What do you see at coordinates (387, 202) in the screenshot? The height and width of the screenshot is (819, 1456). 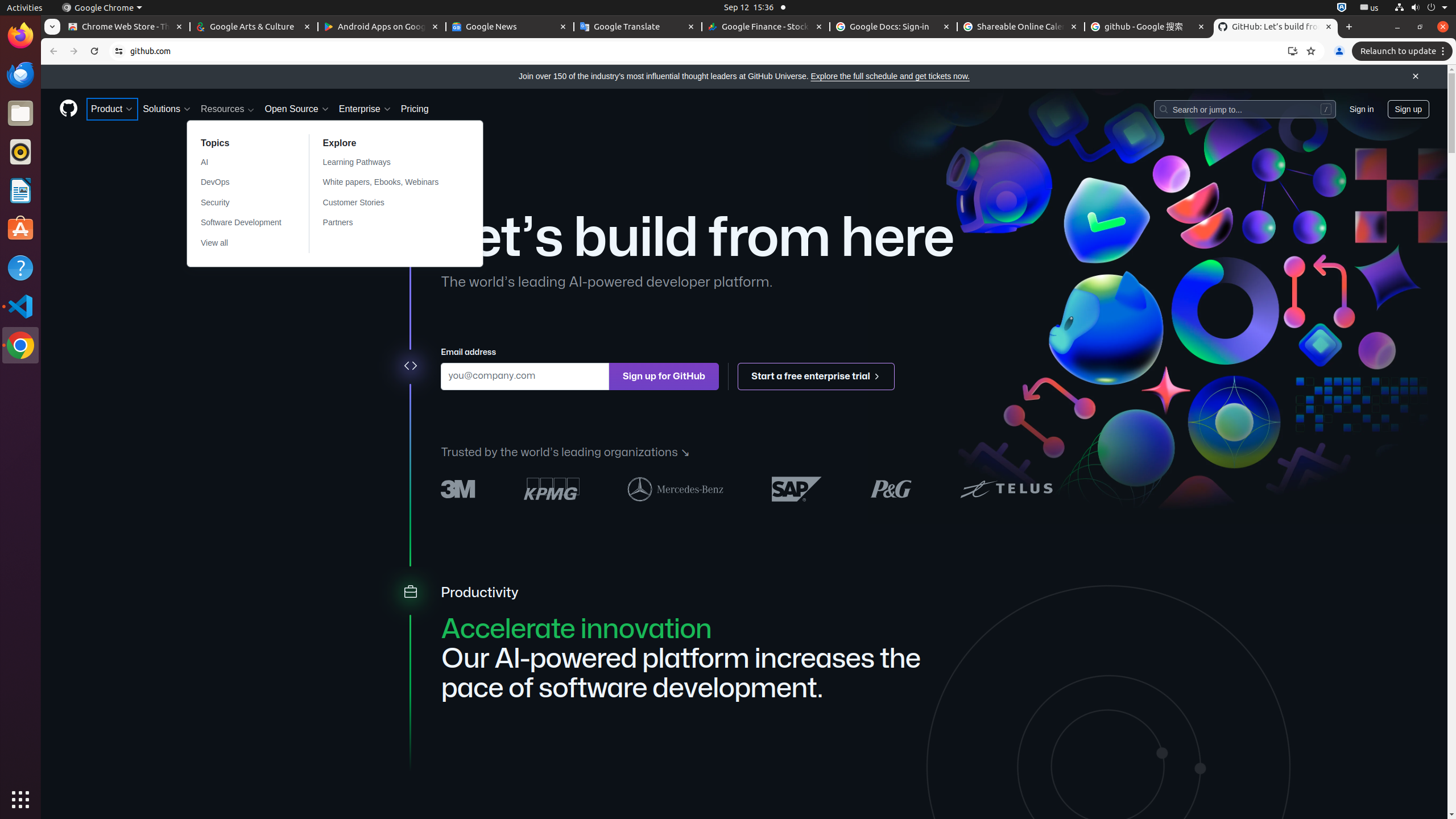 I see `'Customer Stories'` at bounding box center [387, 202].